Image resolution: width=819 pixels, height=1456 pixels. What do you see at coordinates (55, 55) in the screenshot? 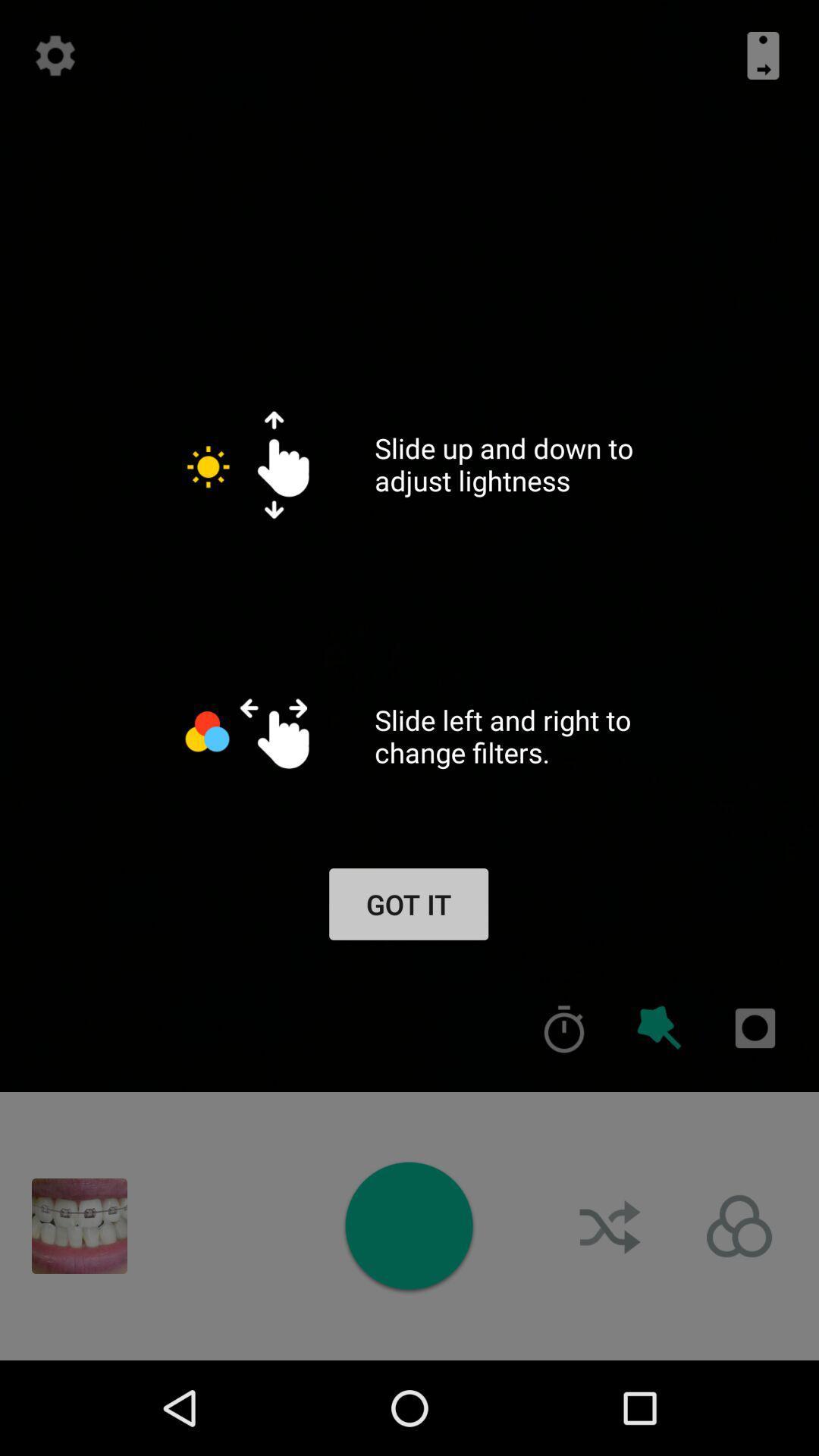
I see `refresh` at bounding box center [55, 55].